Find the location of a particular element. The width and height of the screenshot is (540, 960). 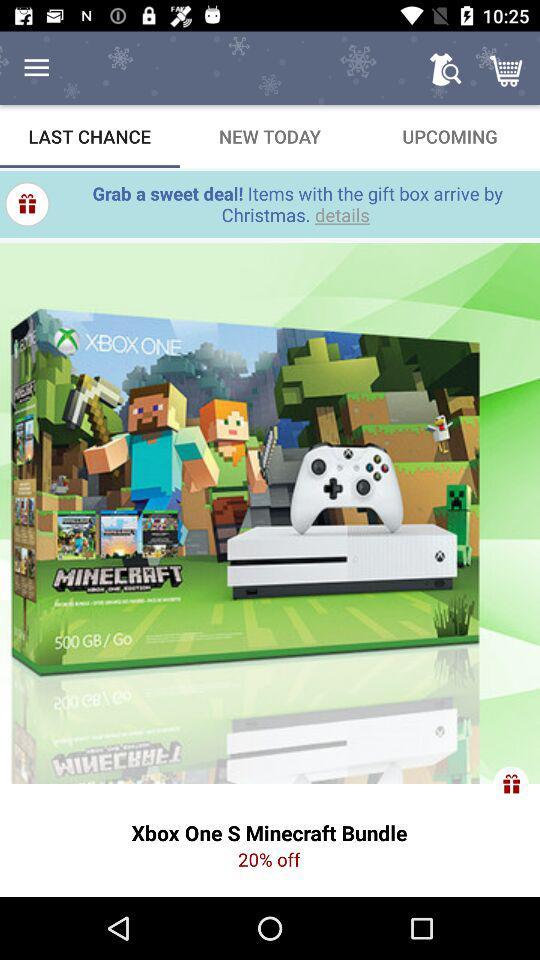

the gift icon is located at coordinates (511, 784).